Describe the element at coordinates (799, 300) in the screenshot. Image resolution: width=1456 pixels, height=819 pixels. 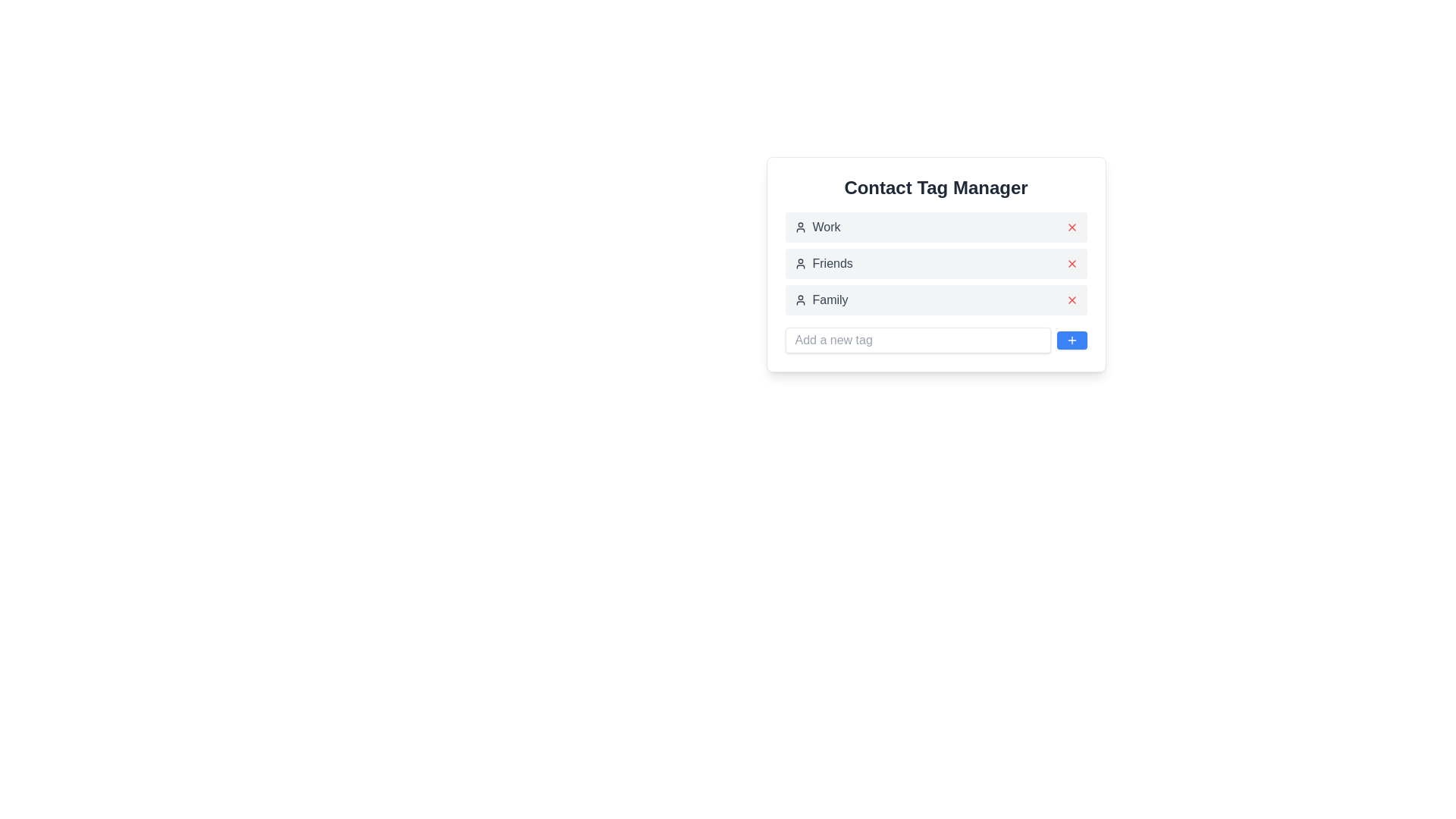
I see `the 'Family' tag icon, which is a user silhouette located to the immediate left of the 'Family' label in the 'Contact Tag Manager' section, specifically the third item in a vertical stack` at that location.